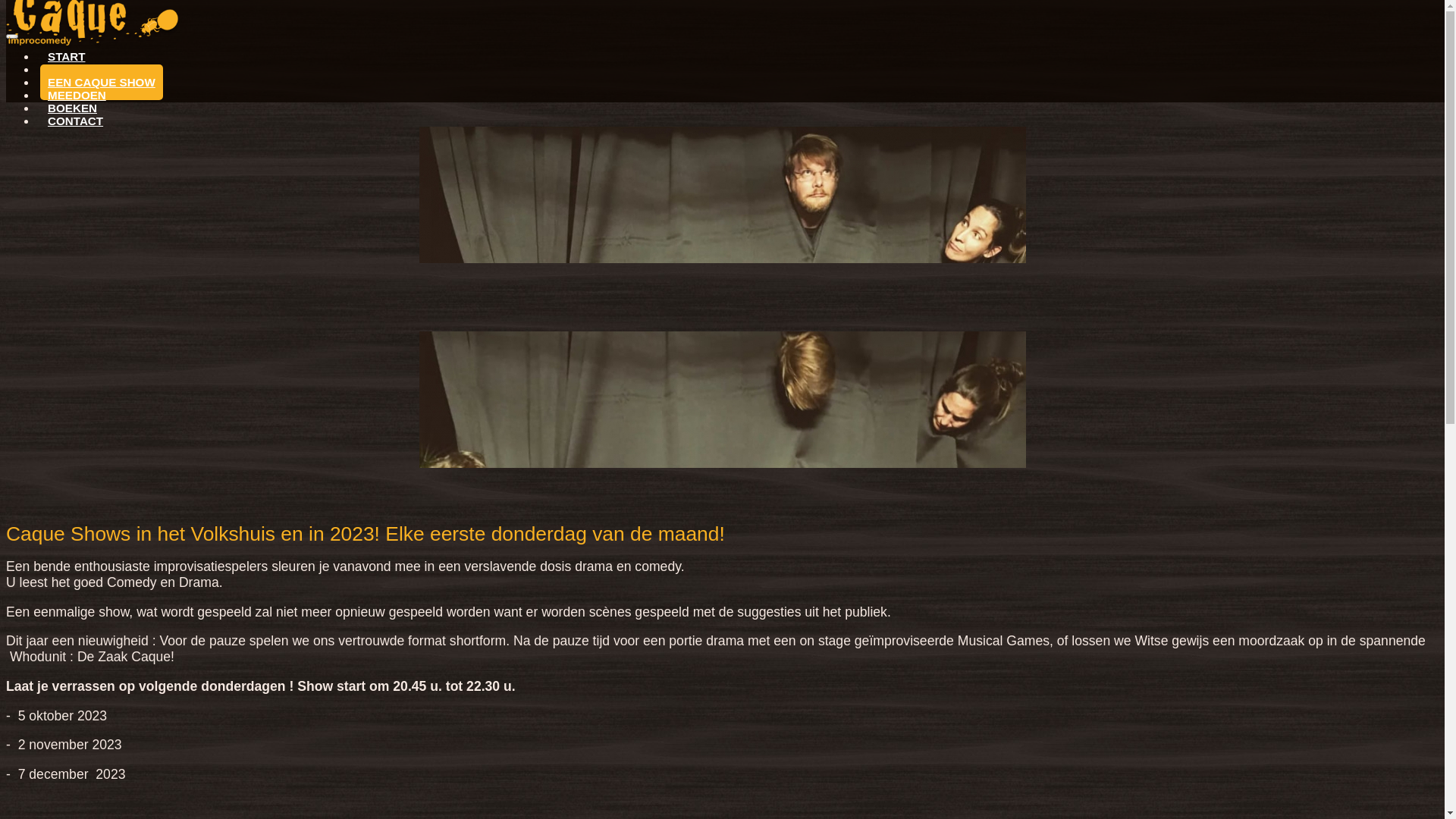 This screenshot has width=1456, height=819. Describe the element at coordinates (74, 120) in the screenshot. I see `'CONTACT'` at that location.